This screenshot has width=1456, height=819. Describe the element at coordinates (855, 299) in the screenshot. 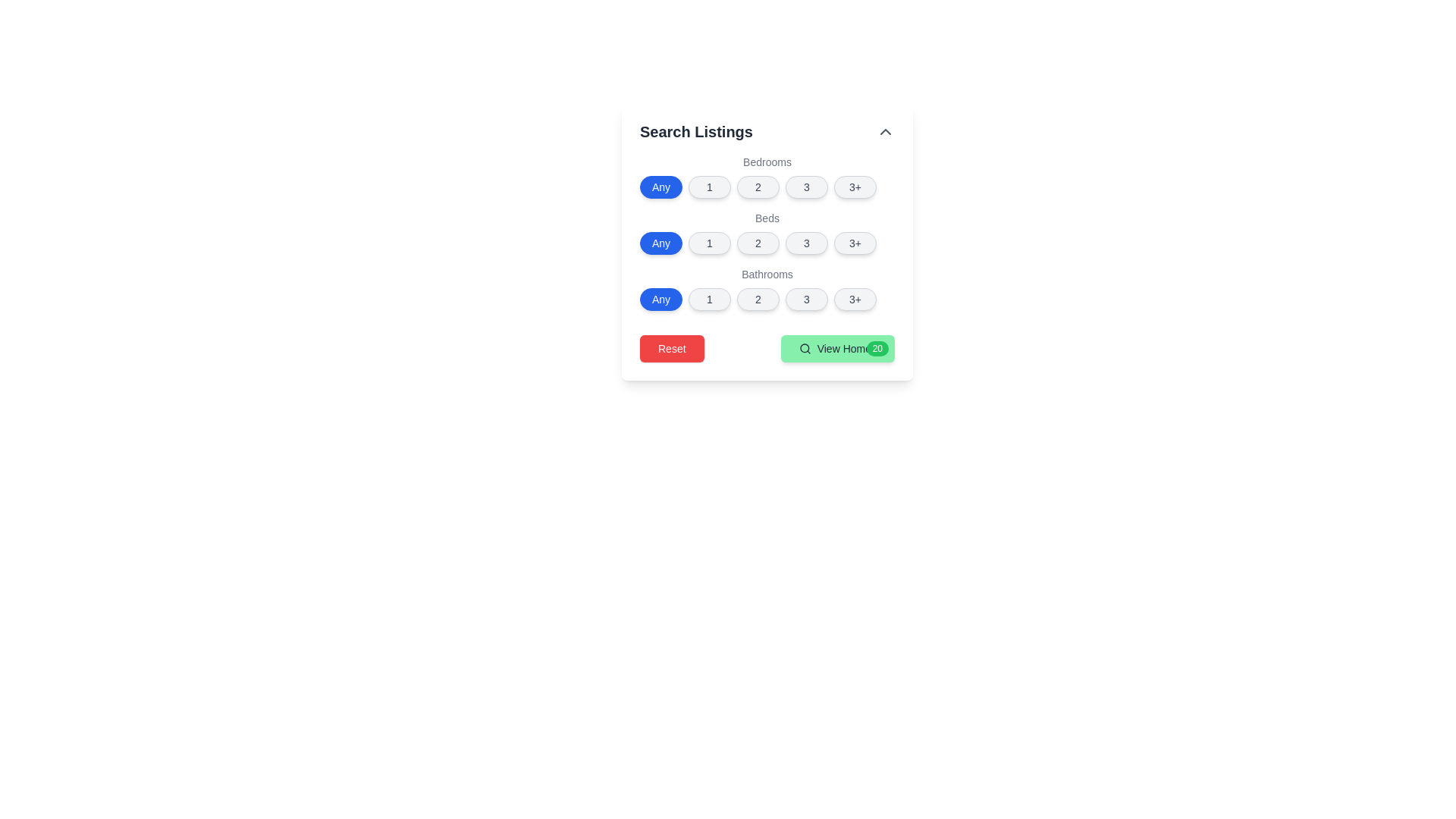

I see `the round-cornered button labeled '3+' located in the 'Bathrooms' row` at that location.